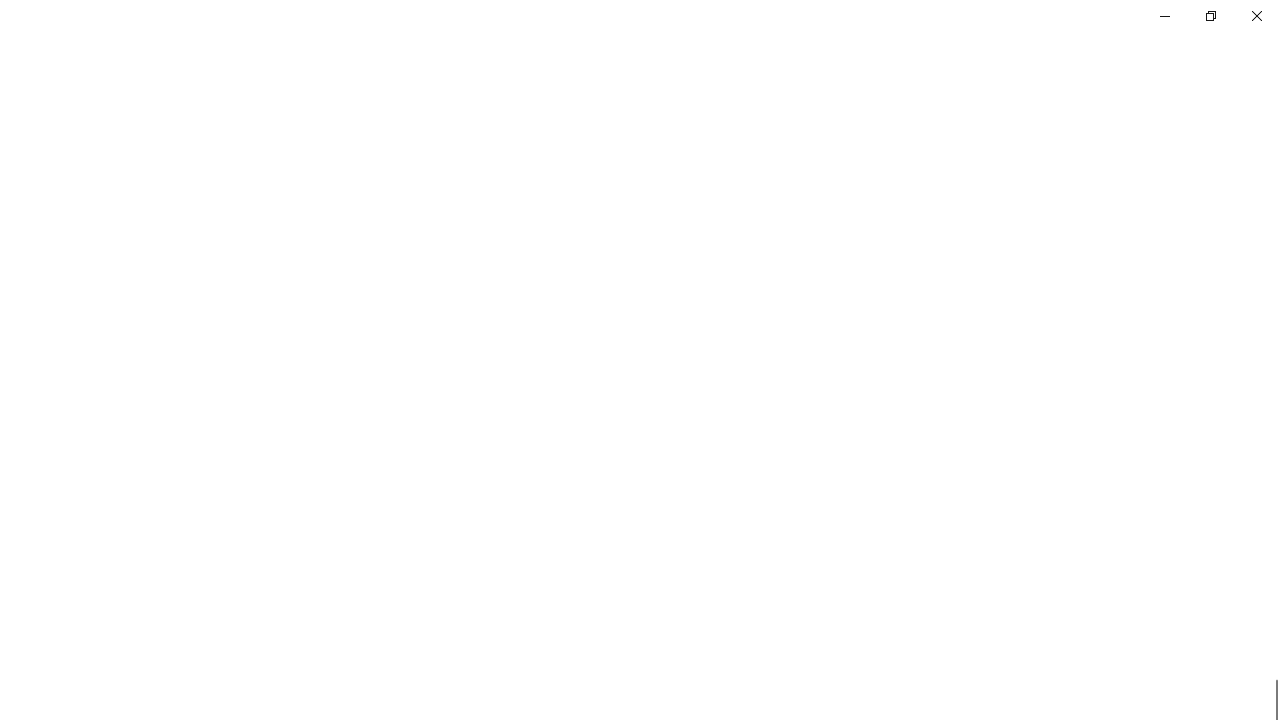 This screenshot has width=1280, height=720. I want to click on 'Restore Settings', so click(1209, 15).